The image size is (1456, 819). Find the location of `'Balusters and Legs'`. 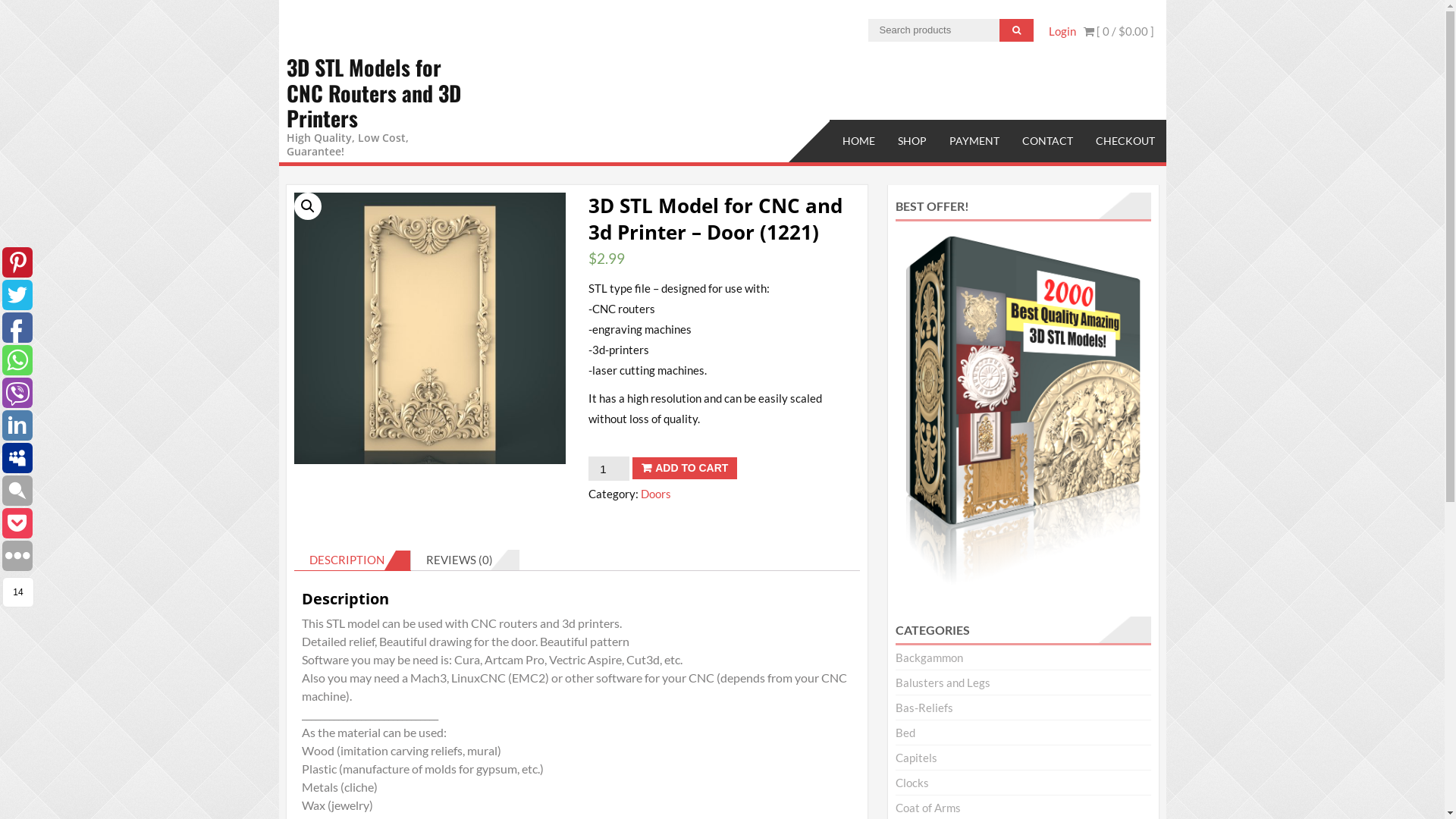

'Balusters and Legs' is located at coordinates (942, 681).